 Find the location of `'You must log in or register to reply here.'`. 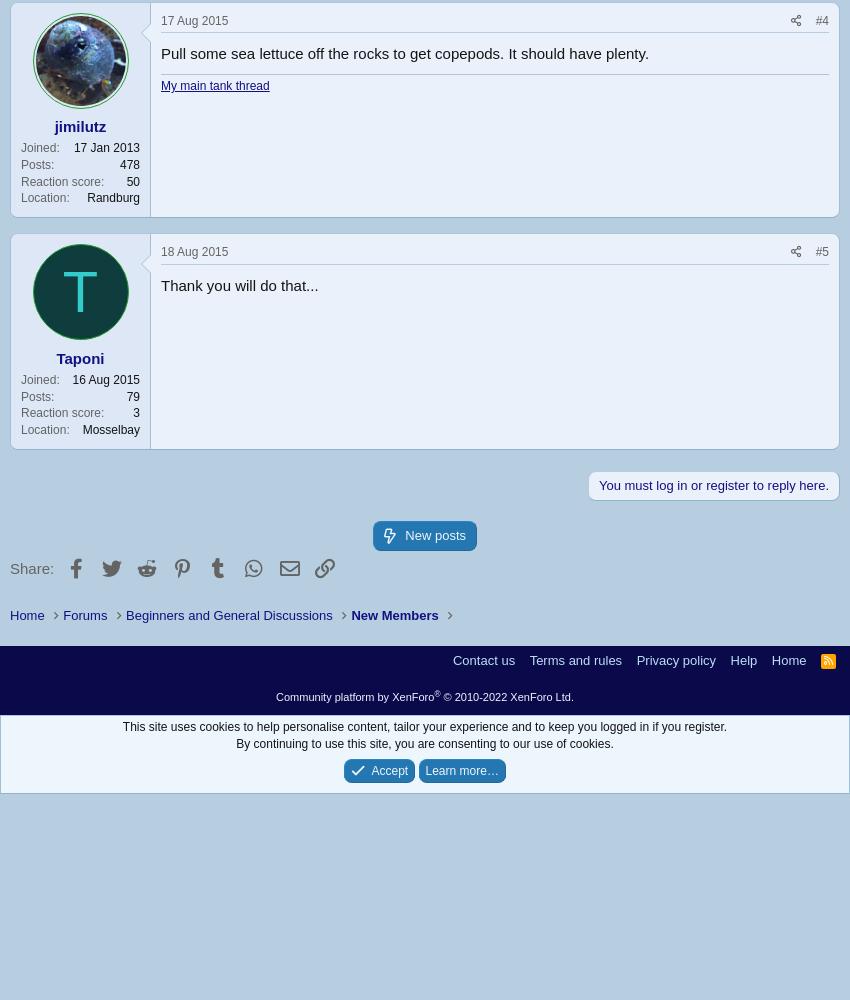

'You must log in or register to reply here.' is located at coordinates (712, 483).